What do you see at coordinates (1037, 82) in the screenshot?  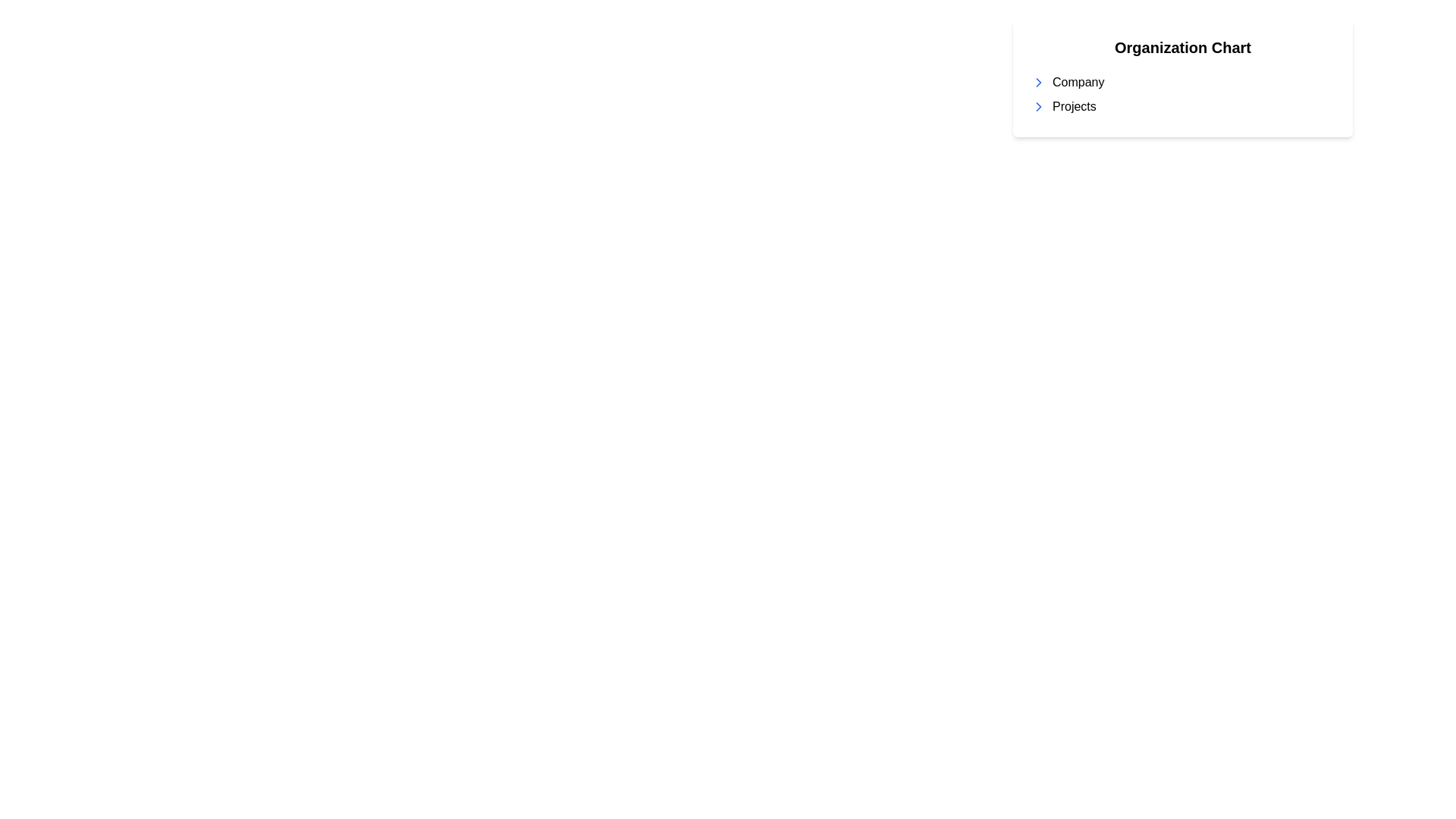 I see `the Icon (Chevron Right), a blue right-angled arrow icon positioned to the left of the text label 'Company'` at bounding box center [1037, 82].